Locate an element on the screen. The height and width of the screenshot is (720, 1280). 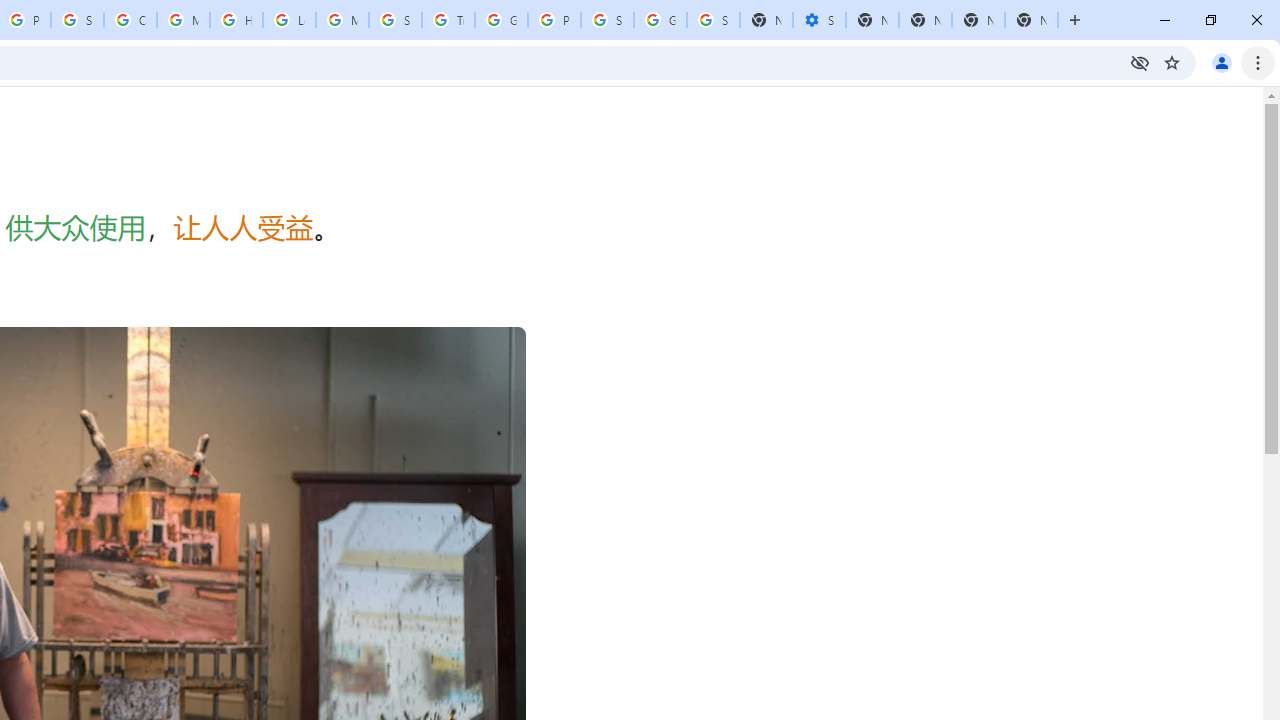
'Third-party cookies blocked' is located at coordinates (1139, 61).